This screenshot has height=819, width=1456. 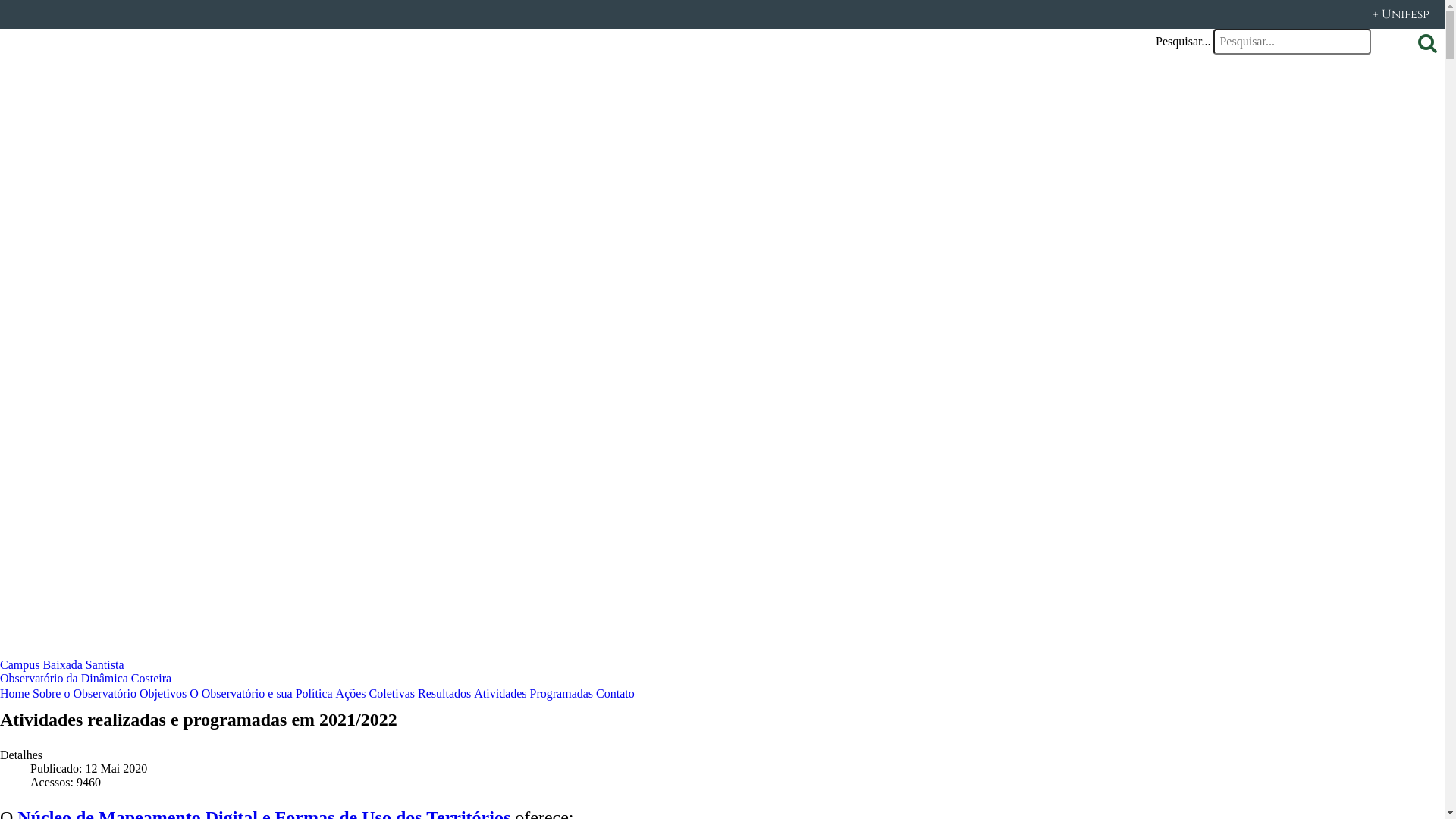 I want to click on 'Home', so click(x=14, y=692).